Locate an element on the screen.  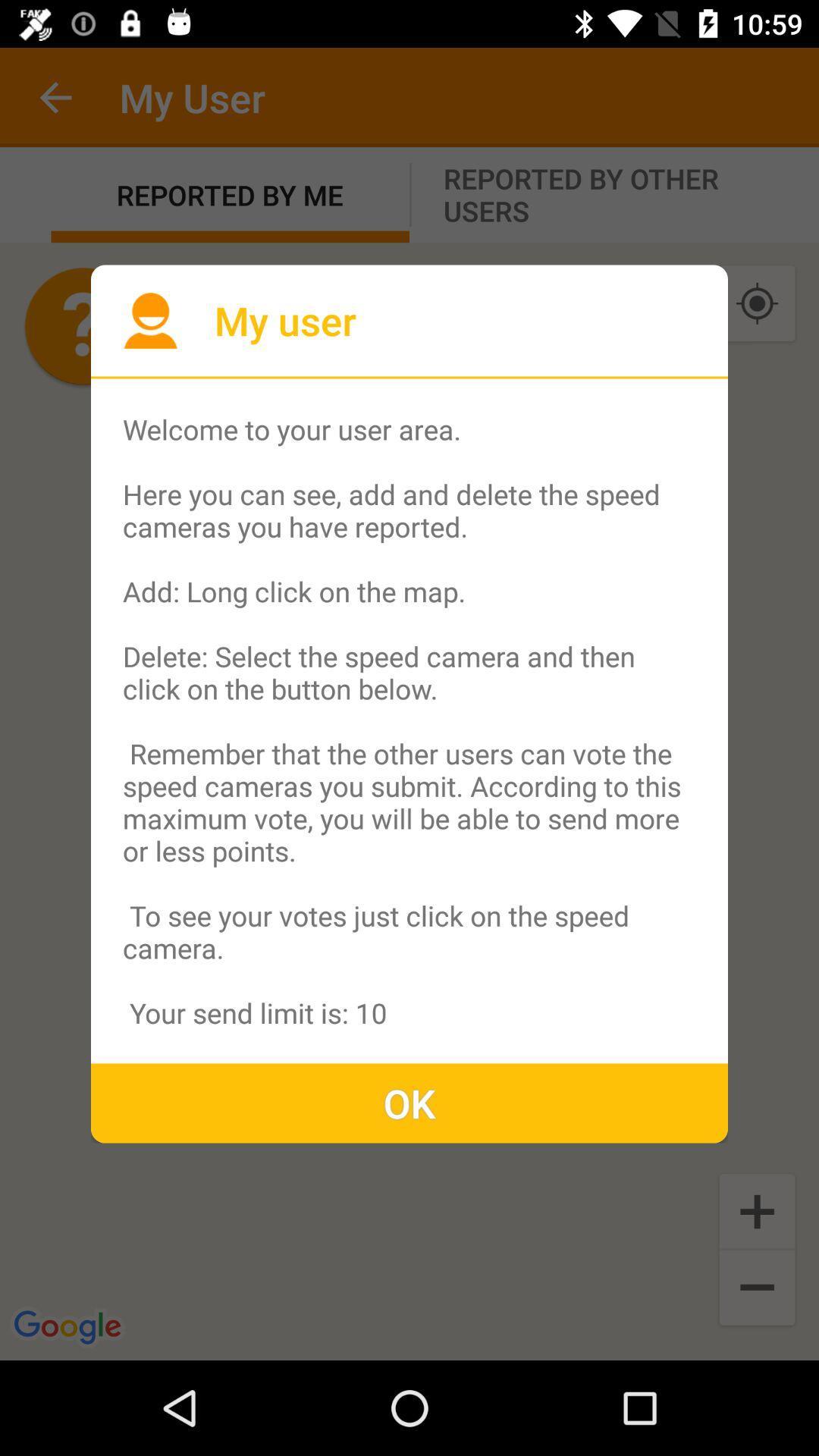
the ok at the bottom is located at coordinates (409, 1103).